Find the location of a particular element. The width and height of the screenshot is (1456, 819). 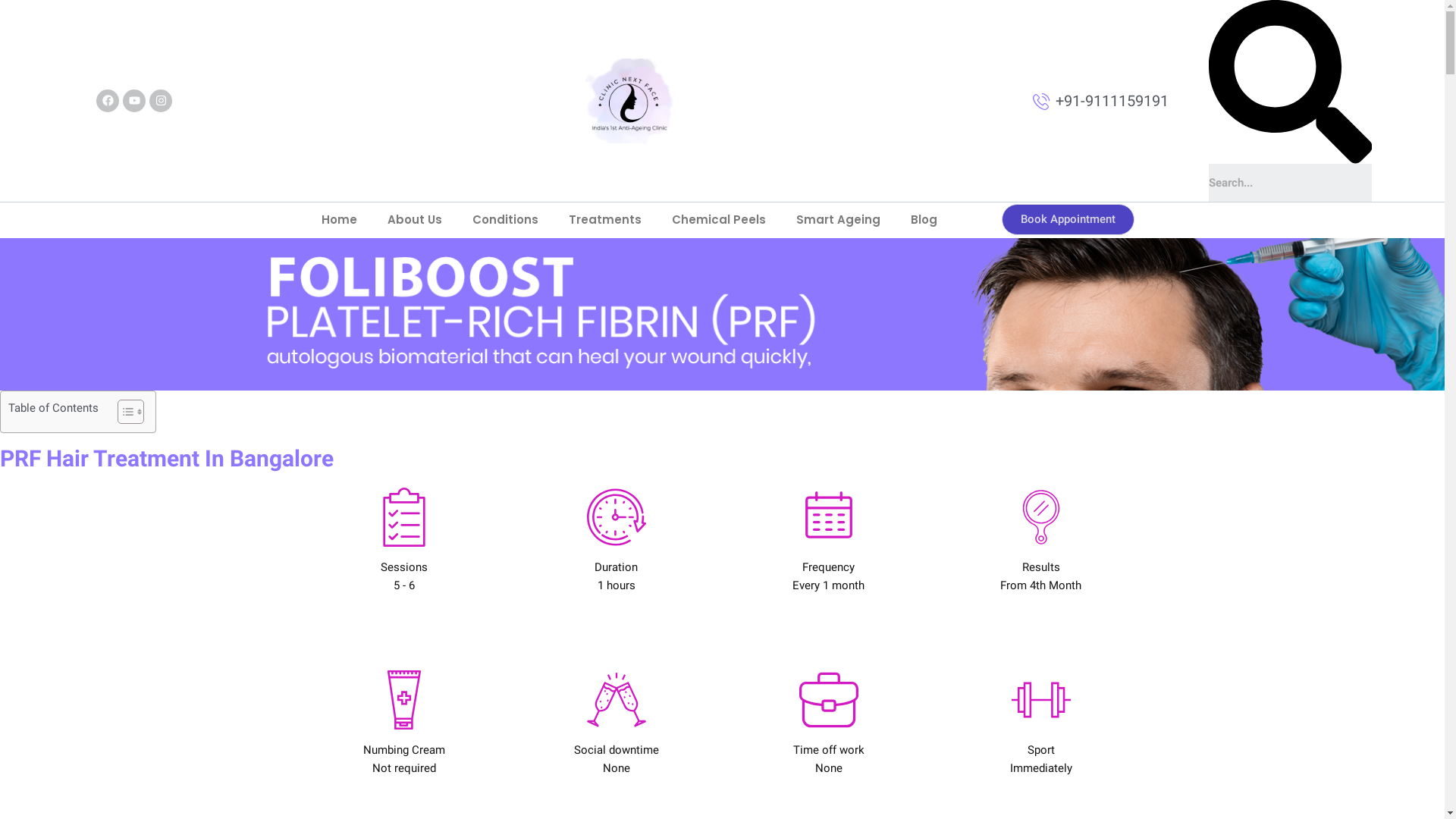

'Conditions' is located at coordinates (505, 219).